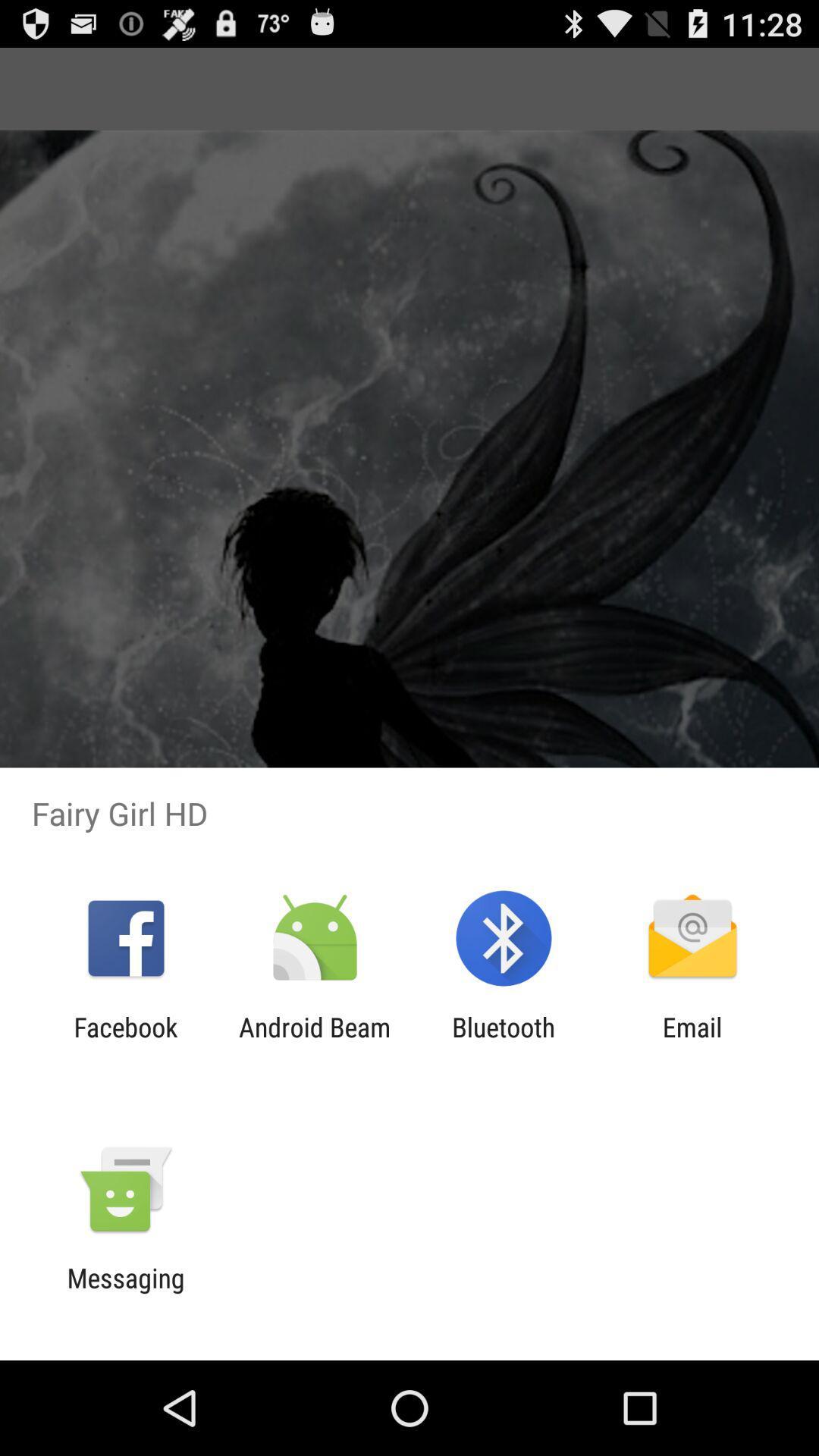 This screenshot has width=819, height=1456. I want to click on app to the right of the facebook app, so click(314, 1042).